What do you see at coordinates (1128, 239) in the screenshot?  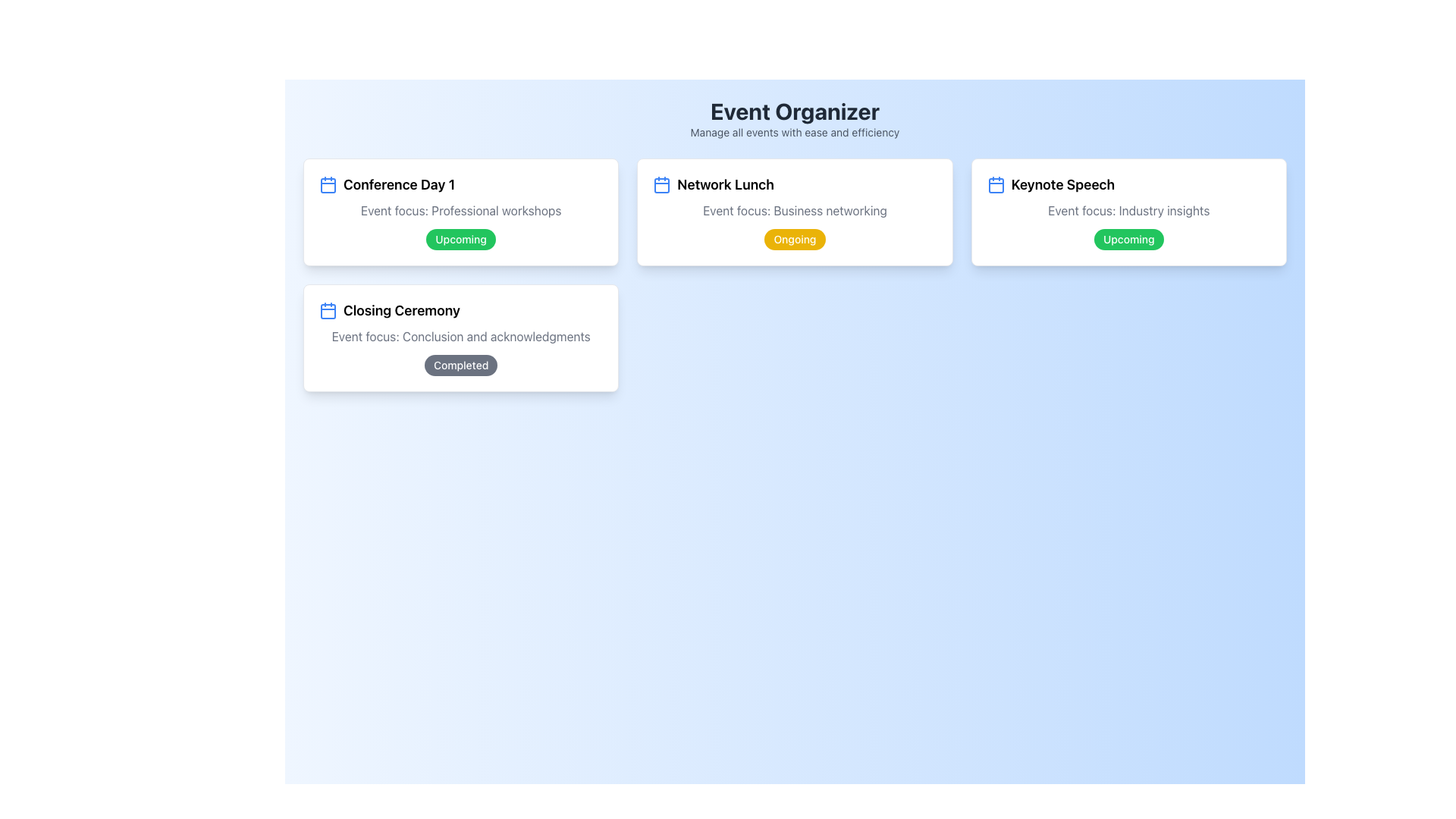 I see `the green tag labeled 'Upcoming' with a rounded rectangular shape located in the bottom-right corner of the 'Keynote Speech' card` at bounding box center [1128, 239].